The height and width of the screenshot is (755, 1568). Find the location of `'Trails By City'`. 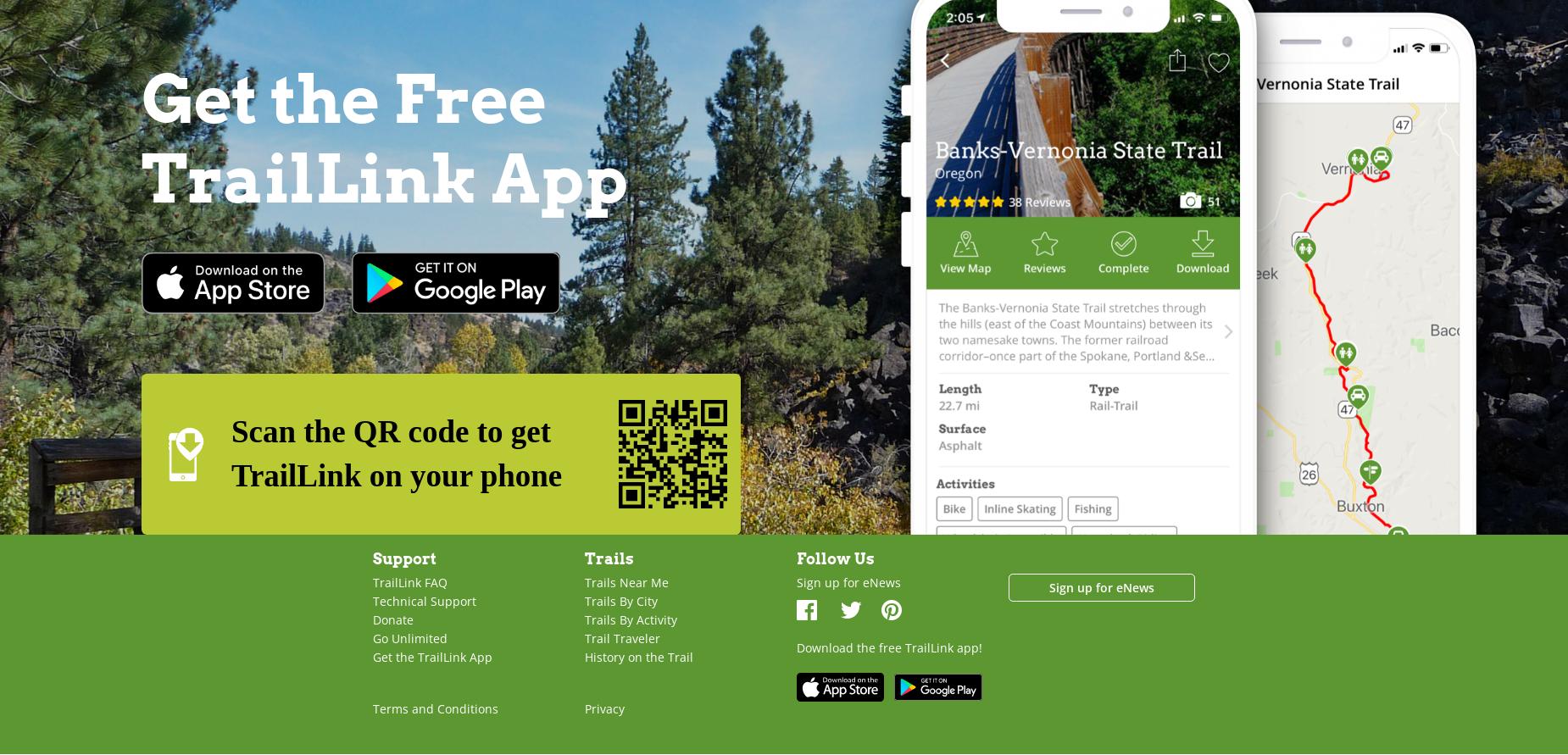

'Trails By City' is located at coordinates (585, 599).